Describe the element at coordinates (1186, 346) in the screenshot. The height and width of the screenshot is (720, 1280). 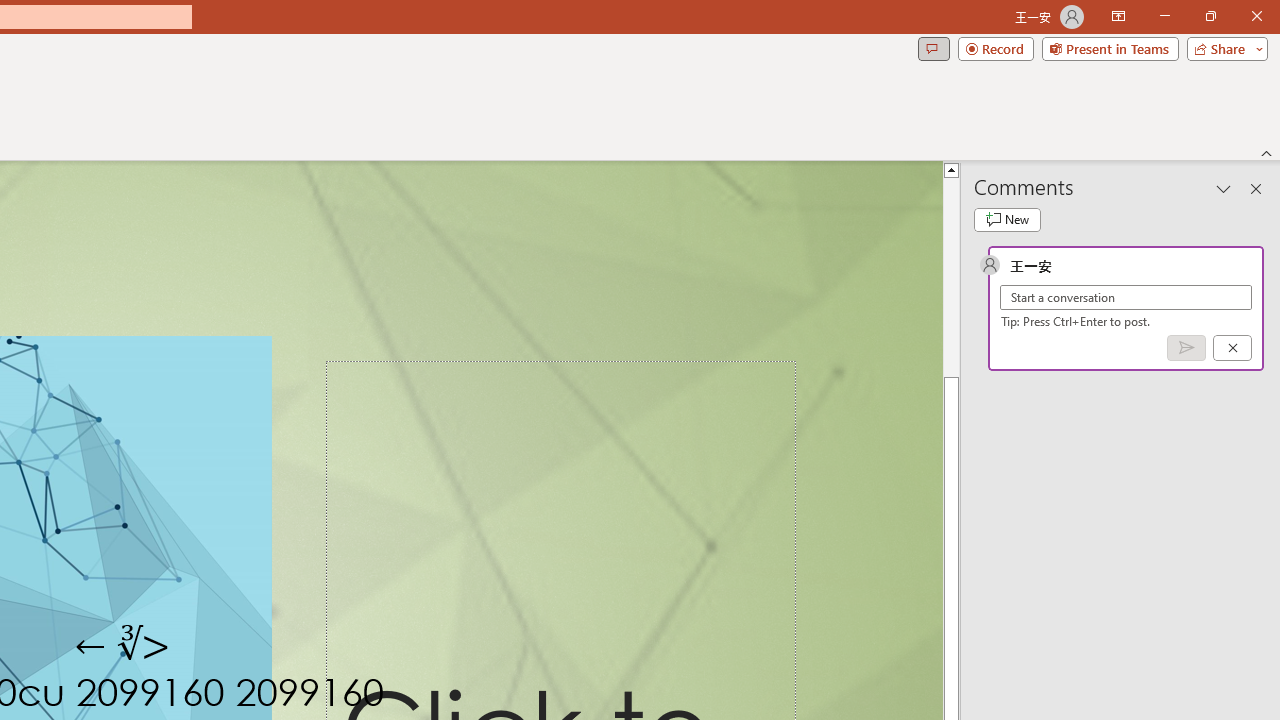
I see `'Post comment (Ctrl + Enter)'` at that location.